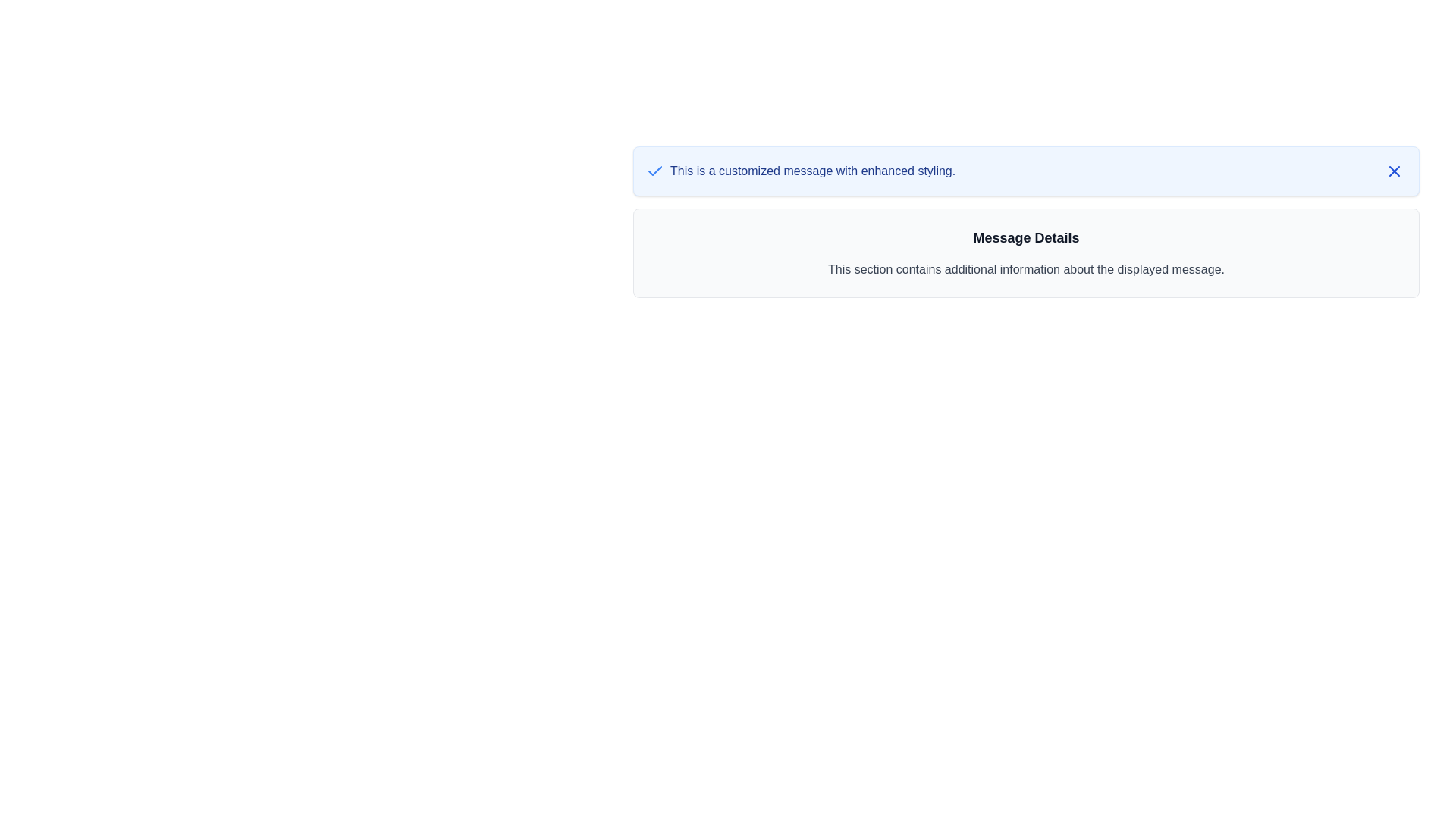 Image resolution: width=1456 pixels, height=819 pixels. I want to click on the small blue cross icon button located at the top-right corner of the blue message box to enhance its outline visibility, so click(1394, 171).